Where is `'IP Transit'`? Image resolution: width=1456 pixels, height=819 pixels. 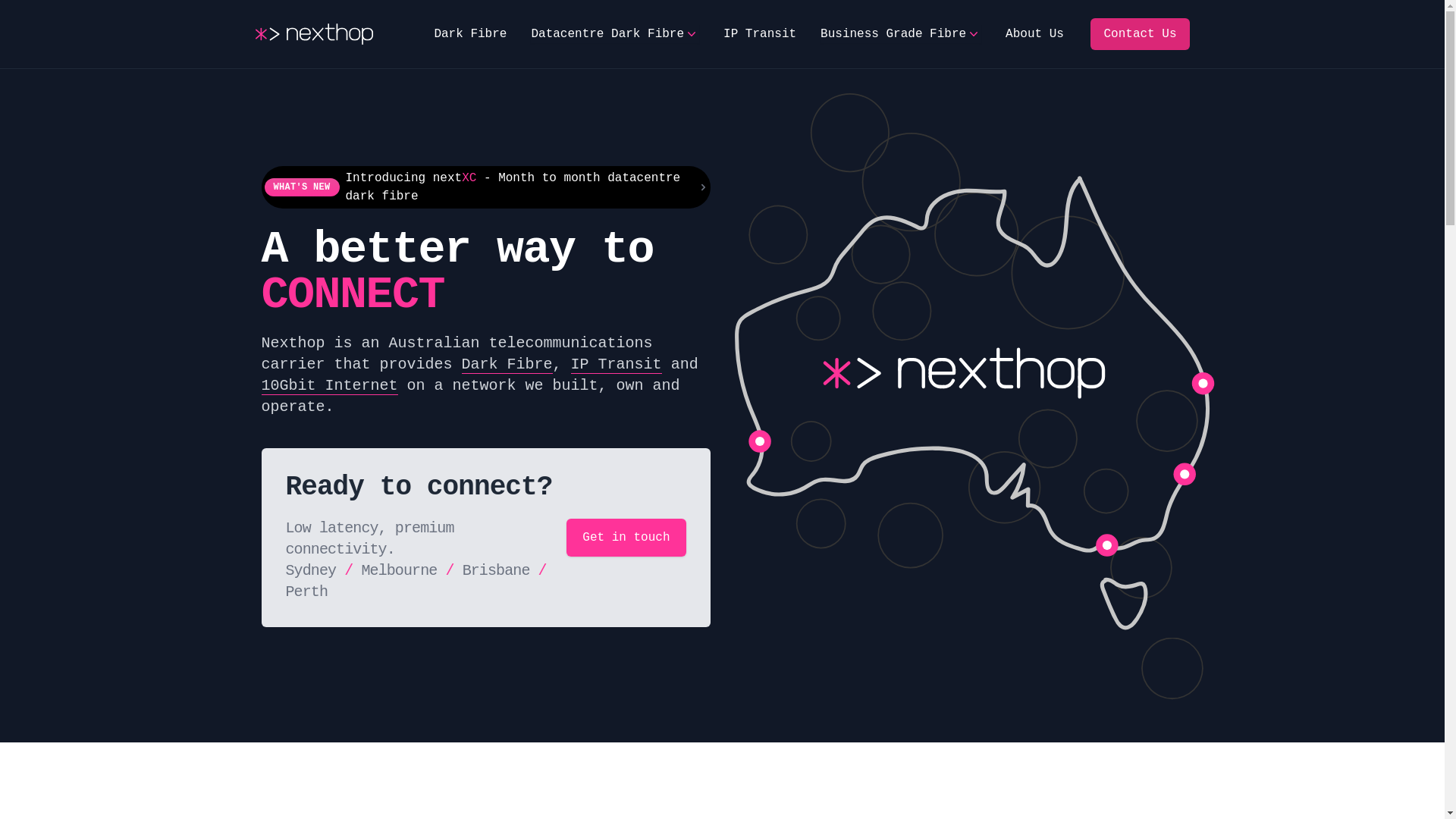
'IP Transit' is located at coordinates (616, 365).